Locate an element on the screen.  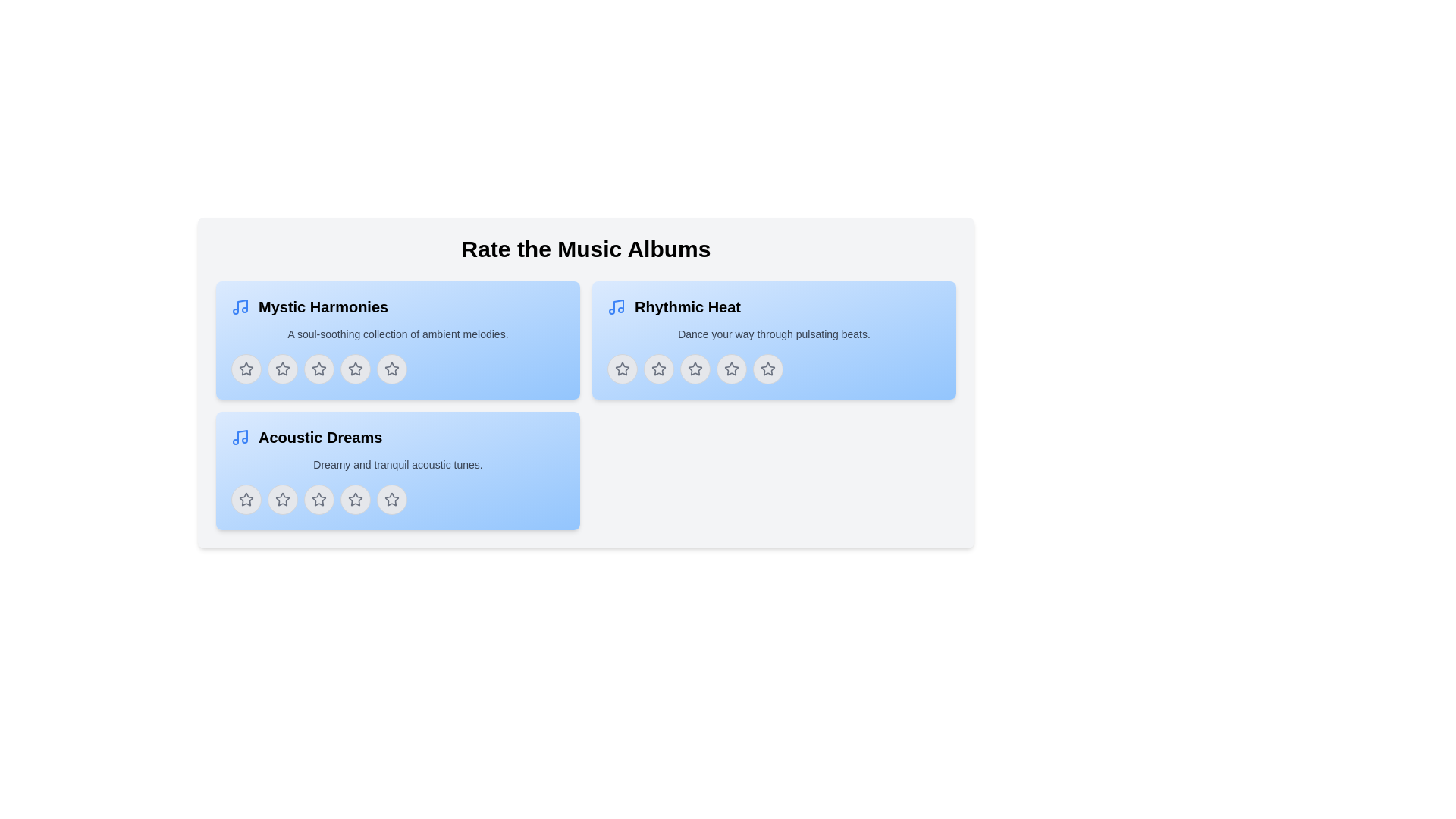
the text label that reads 'Acoustic Dreams', which is styled in bold and slightly larger font, located in the second row of the grid layout on the left card with a blue background is located at coordinates (319, 438).